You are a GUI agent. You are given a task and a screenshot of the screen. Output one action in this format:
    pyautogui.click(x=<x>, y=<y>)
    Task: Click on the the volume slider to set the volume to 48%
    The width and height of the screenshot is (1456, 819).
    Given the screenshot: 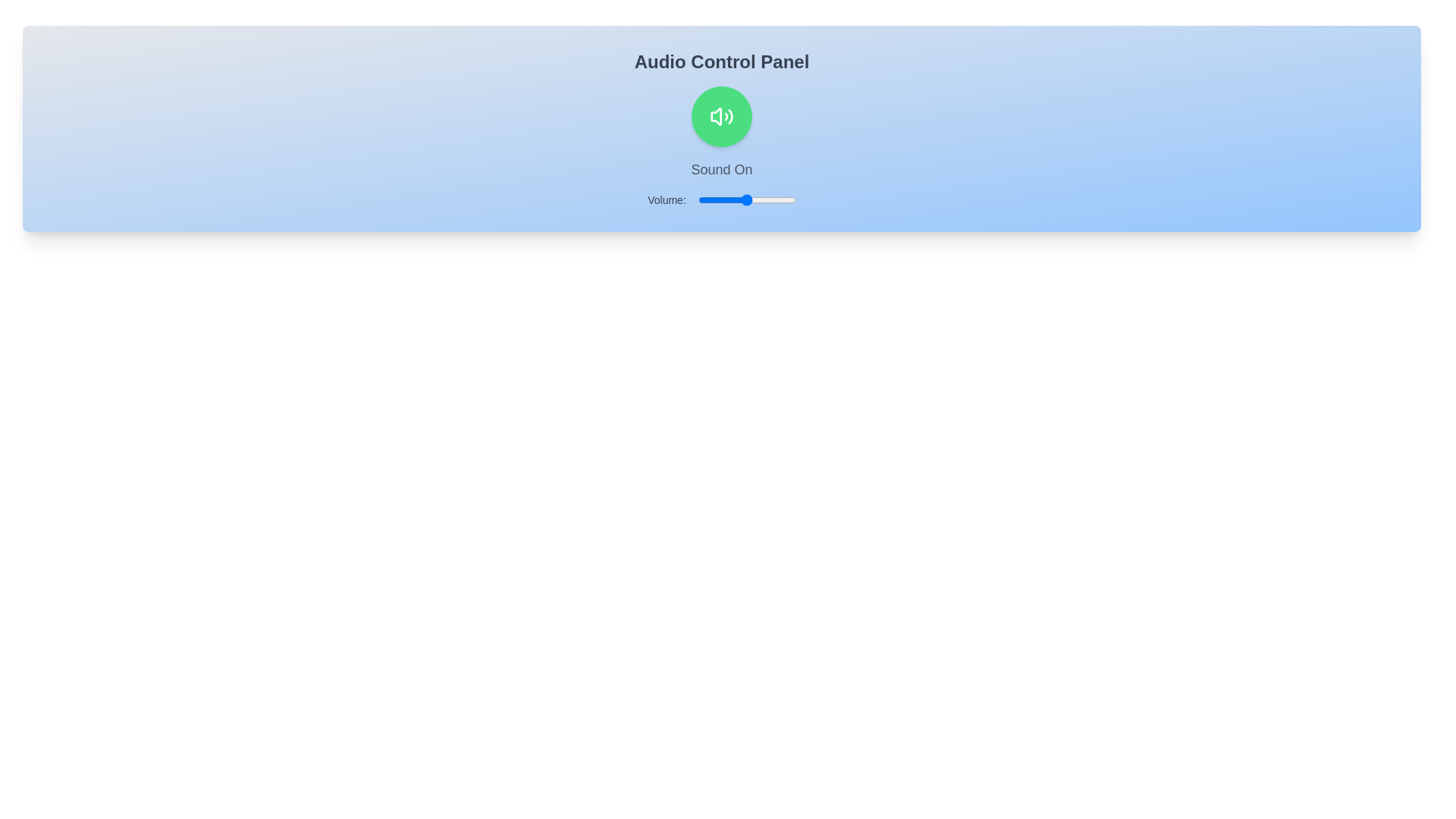 What is the action you would take?
    pyautogui.click(x=745, y=199)
    